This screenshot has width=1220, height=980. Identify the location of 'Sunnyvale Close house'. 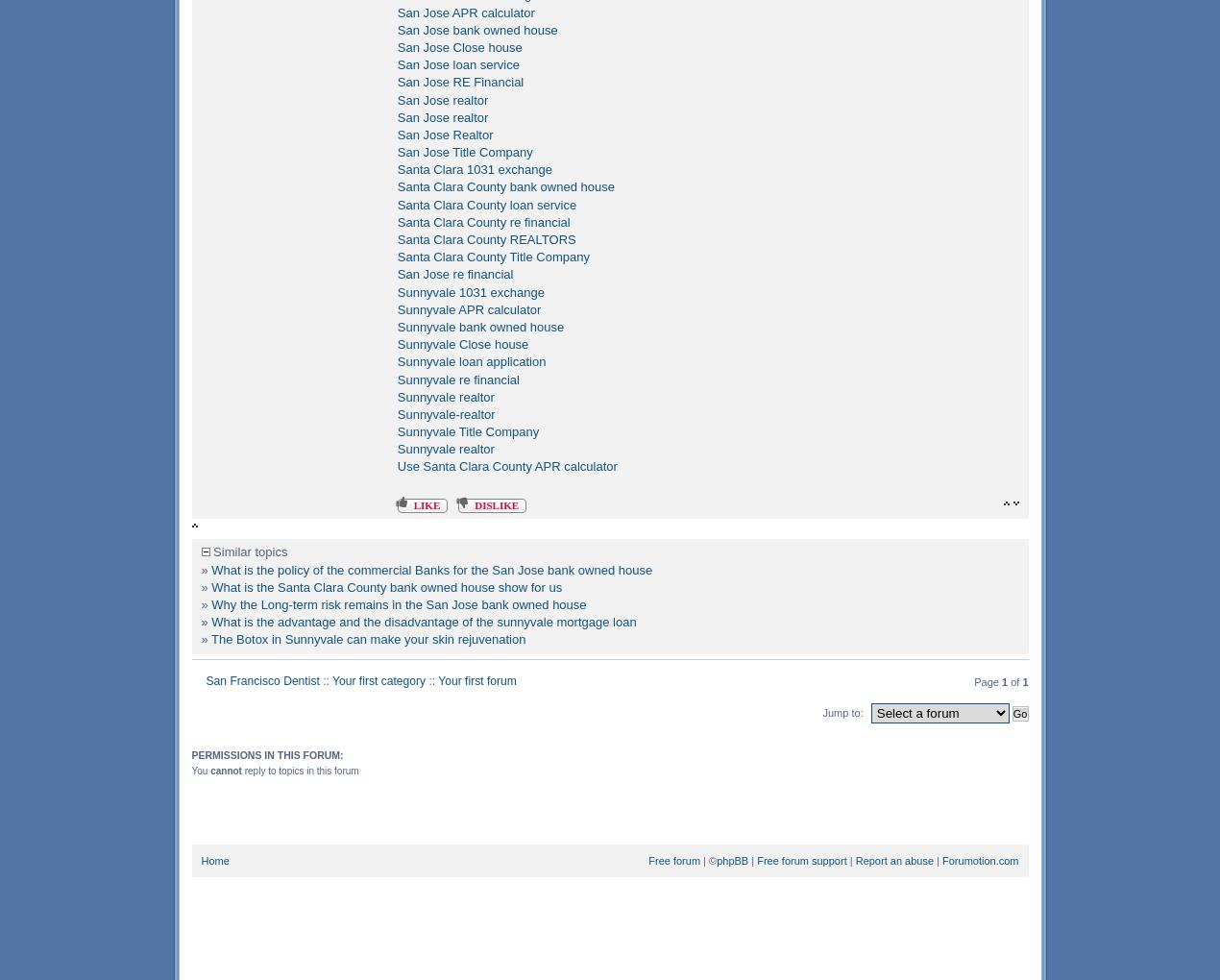
(462, 343).